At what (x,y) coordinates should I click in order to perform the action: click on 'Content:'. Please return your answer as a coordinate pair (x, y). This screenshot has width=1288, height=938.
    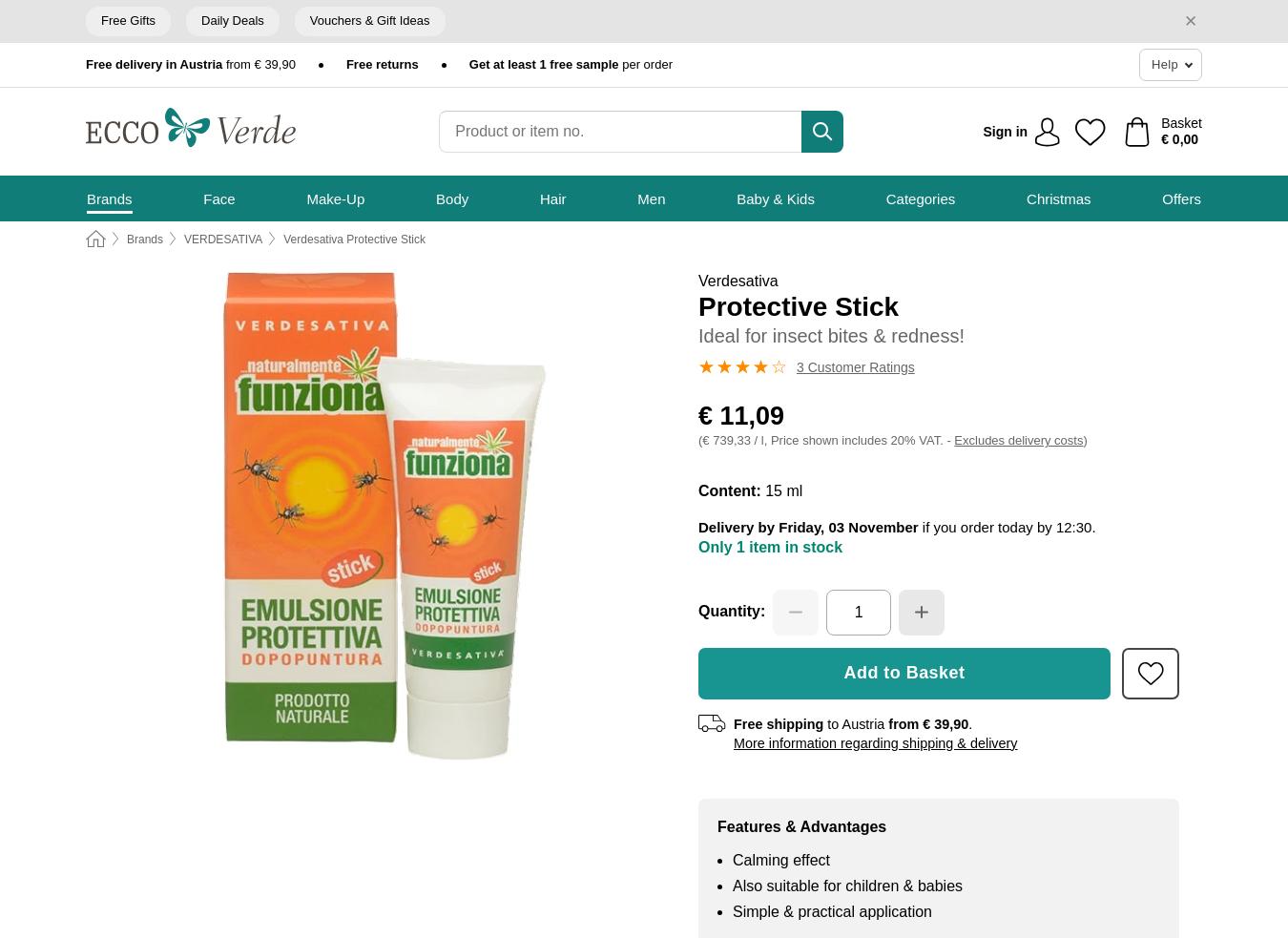
    Looking at the image, I should click on (728, 490).